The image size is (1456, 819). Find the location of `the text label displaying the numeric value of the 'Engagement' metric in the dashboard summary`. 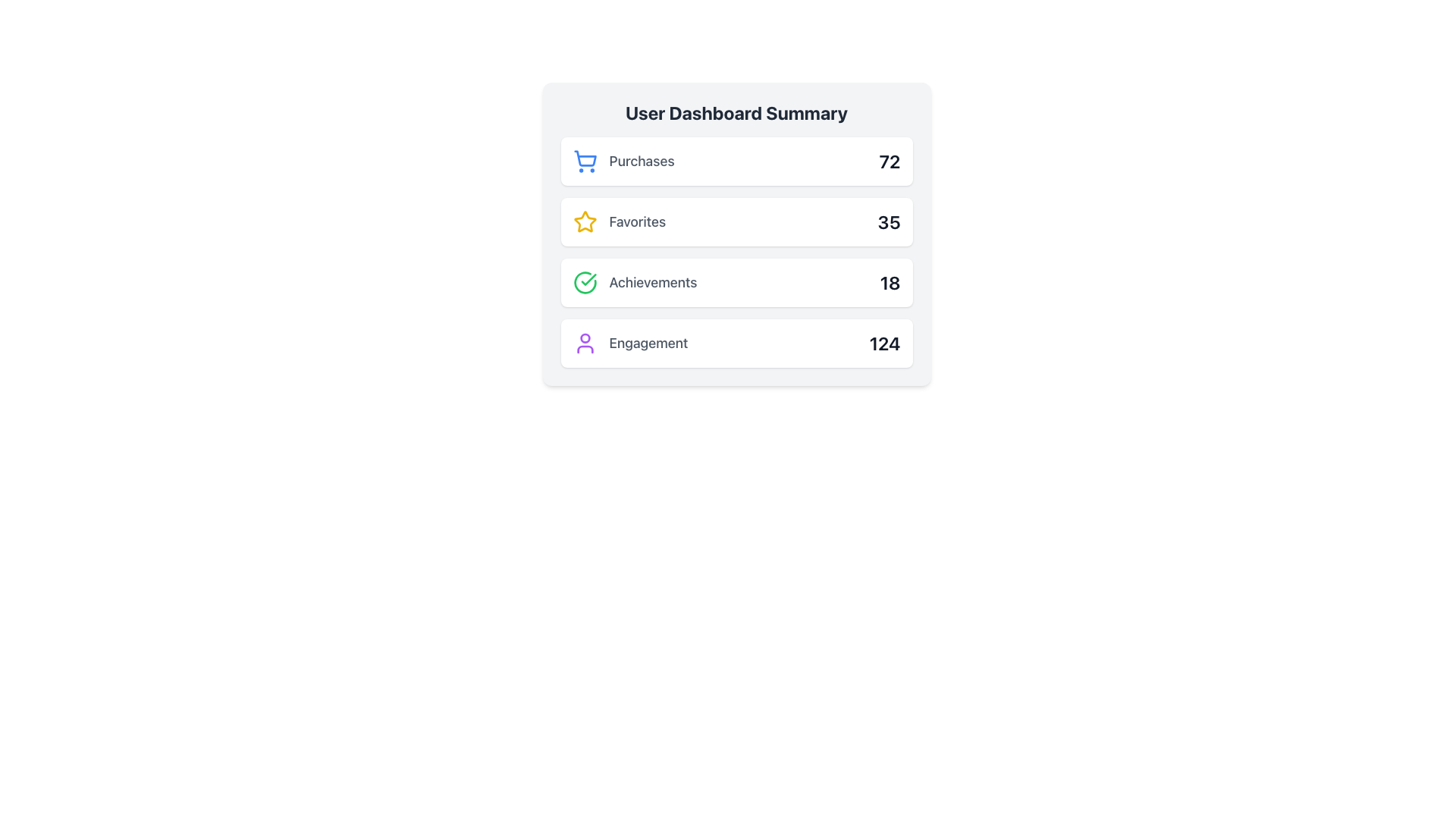

the text label displaying the numeric value of the 'Engagement' metric in the dashboard summary is located at coordinates (884, 343).